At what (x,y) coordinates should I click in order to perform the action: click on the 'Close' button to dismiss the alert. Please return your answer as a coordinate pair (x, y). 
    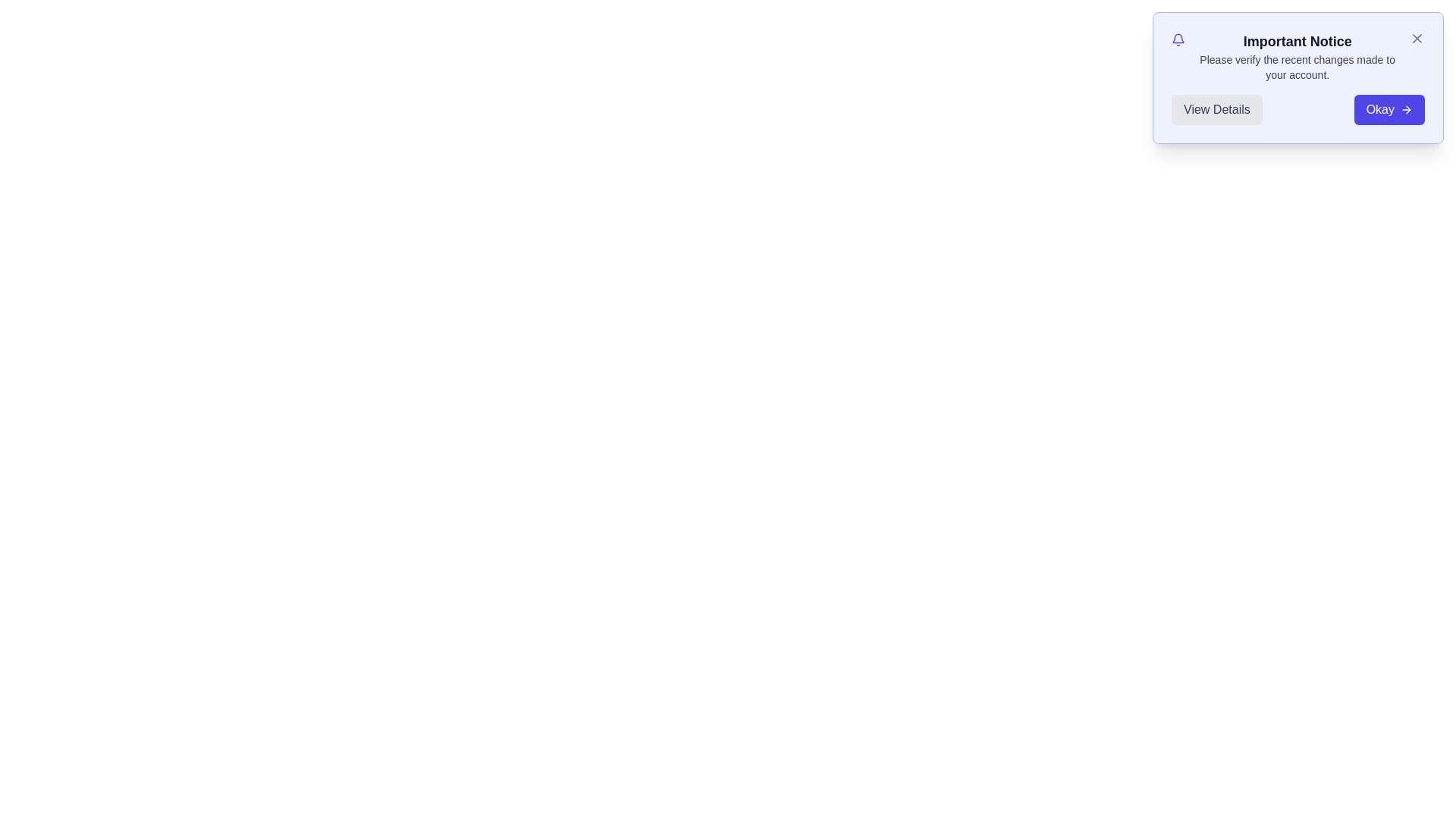
    Looking at the image, I should click on (1416, 37).